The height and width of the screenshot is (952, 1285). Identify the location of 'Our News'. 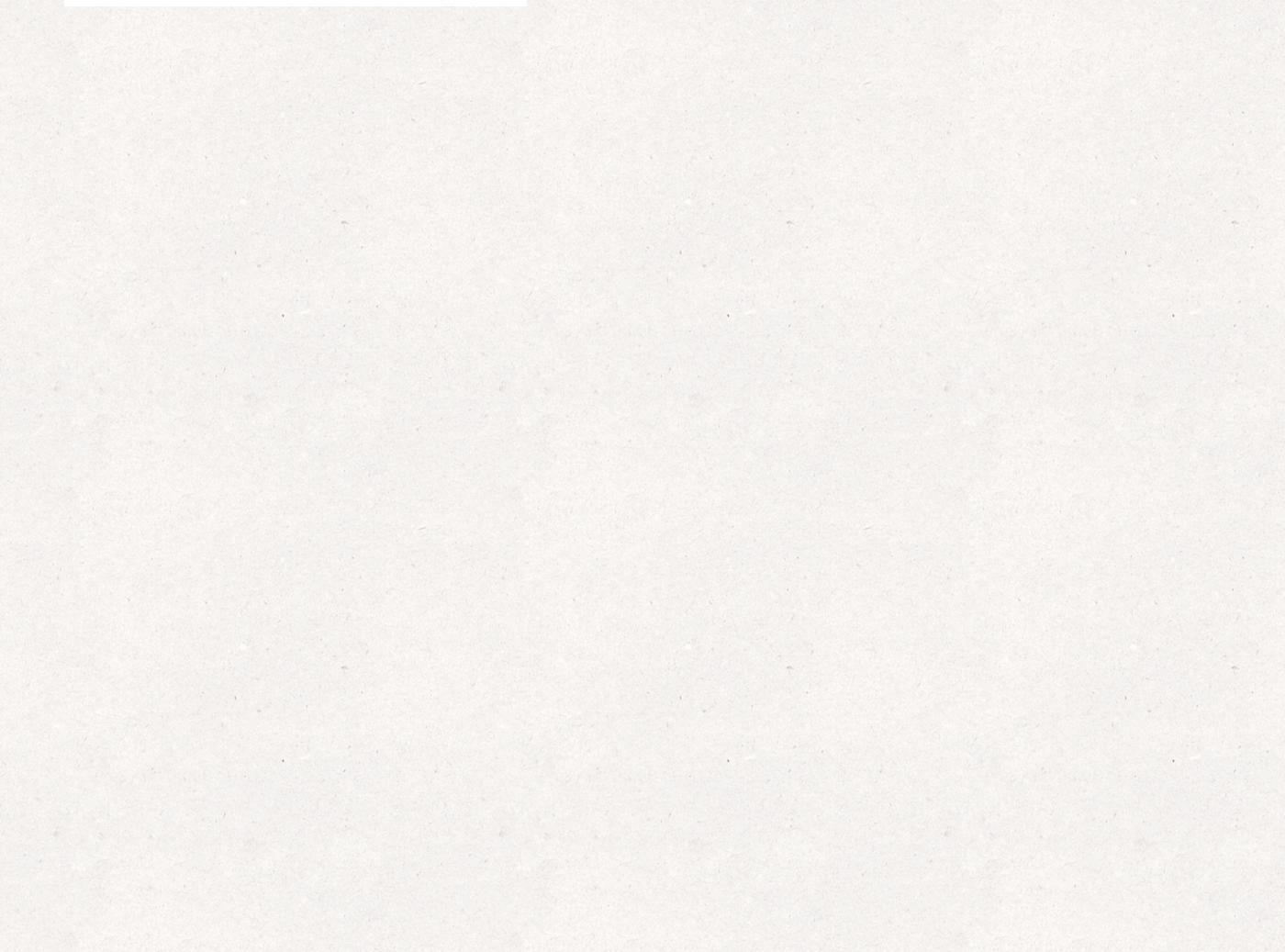
(642, 264).